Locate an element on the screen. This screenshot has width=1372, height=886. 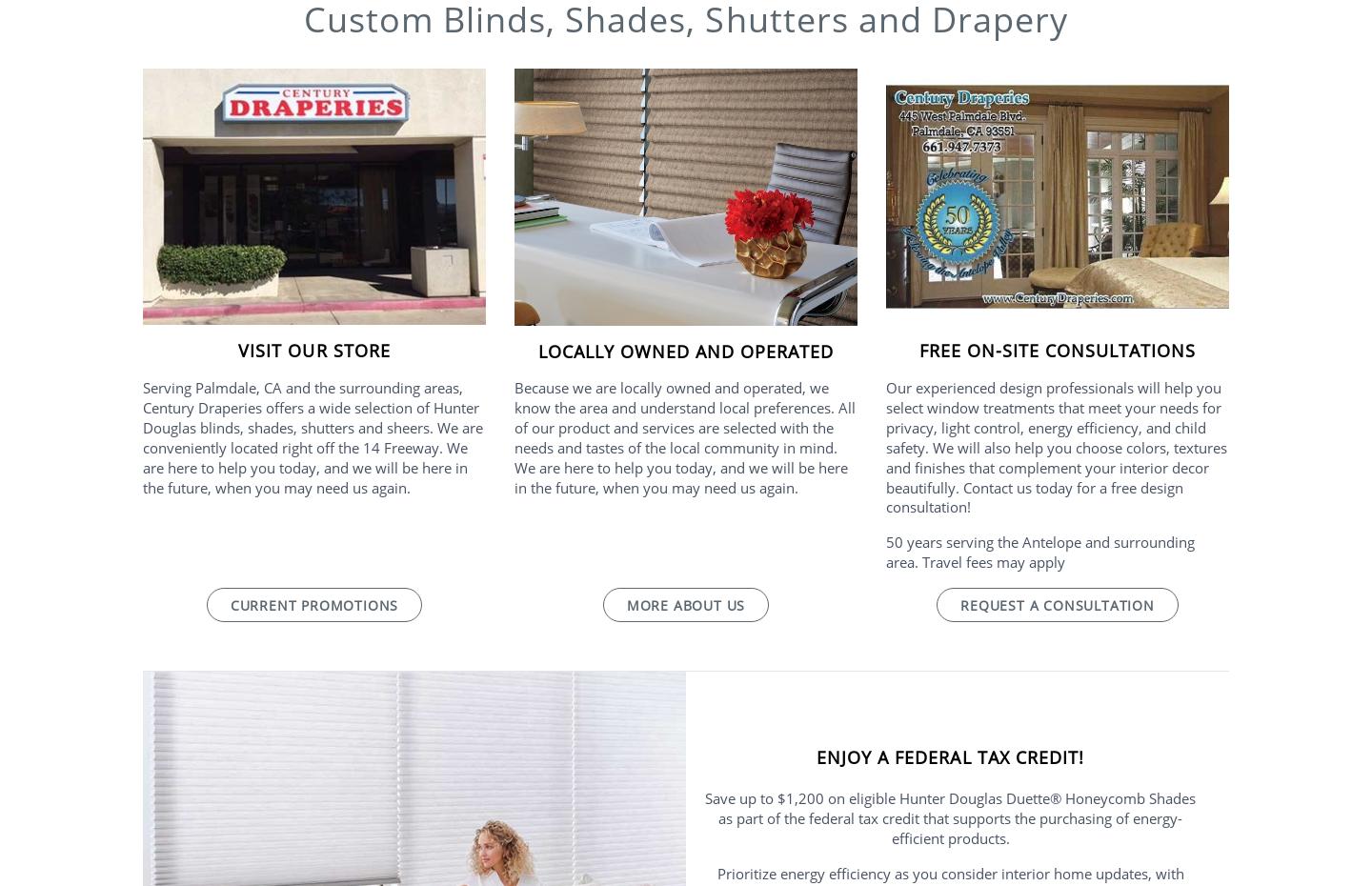
'Request a consultation' is located at coordinates (958, 603).